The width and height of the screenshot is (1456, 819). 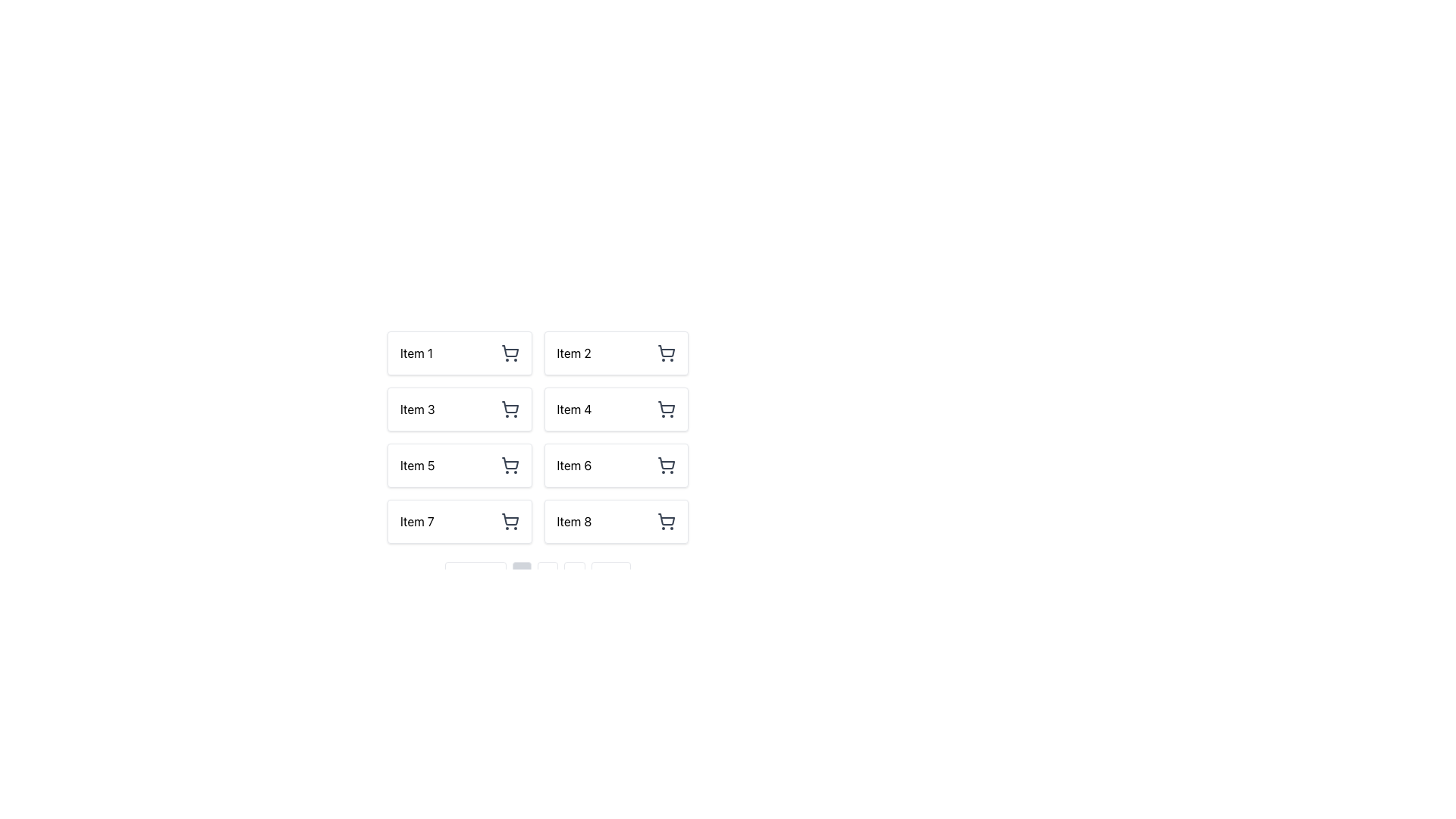 I want to click on the text label that serves as an identifier for a specific item within the list, so click(x=573, y=520).